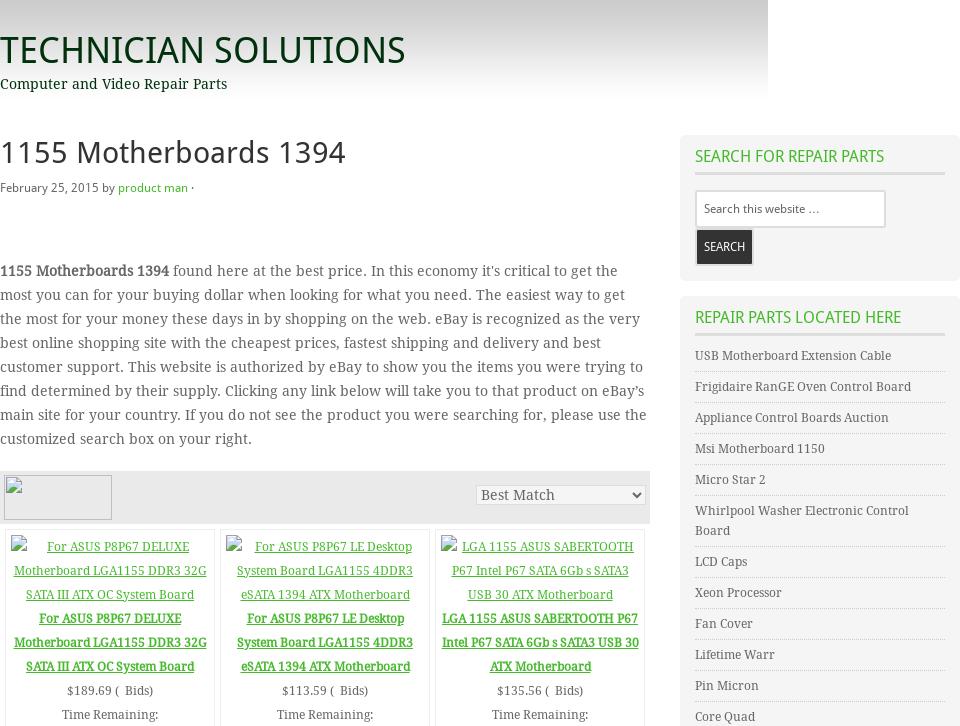  What do you see at coordinates (152, 187) in the screenshot?
I see `'product man'` at bounding box center [152, 187].